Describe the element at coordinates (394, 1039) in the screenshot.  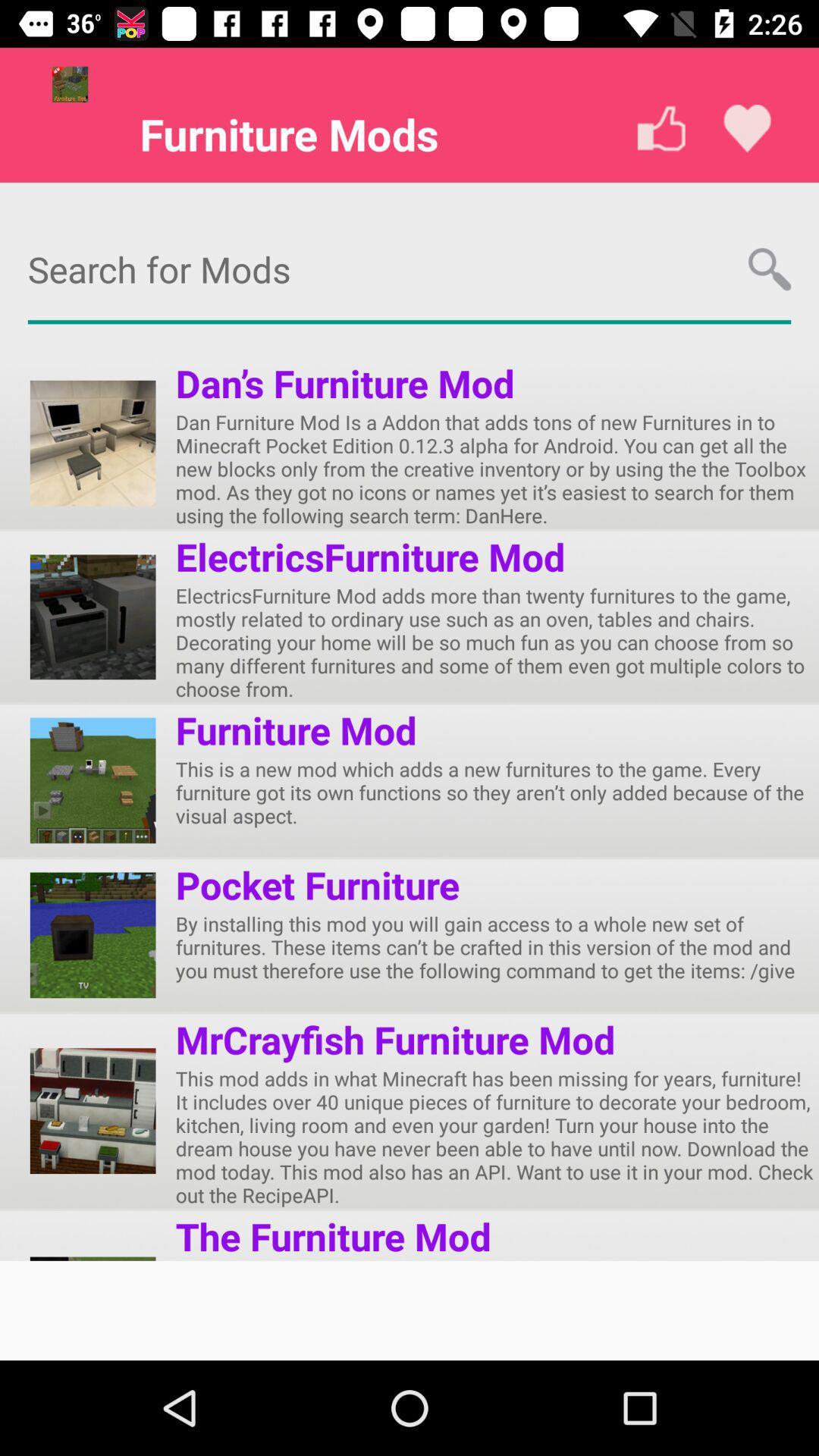
I see `mrcrayfish furniture mod app` at that location.